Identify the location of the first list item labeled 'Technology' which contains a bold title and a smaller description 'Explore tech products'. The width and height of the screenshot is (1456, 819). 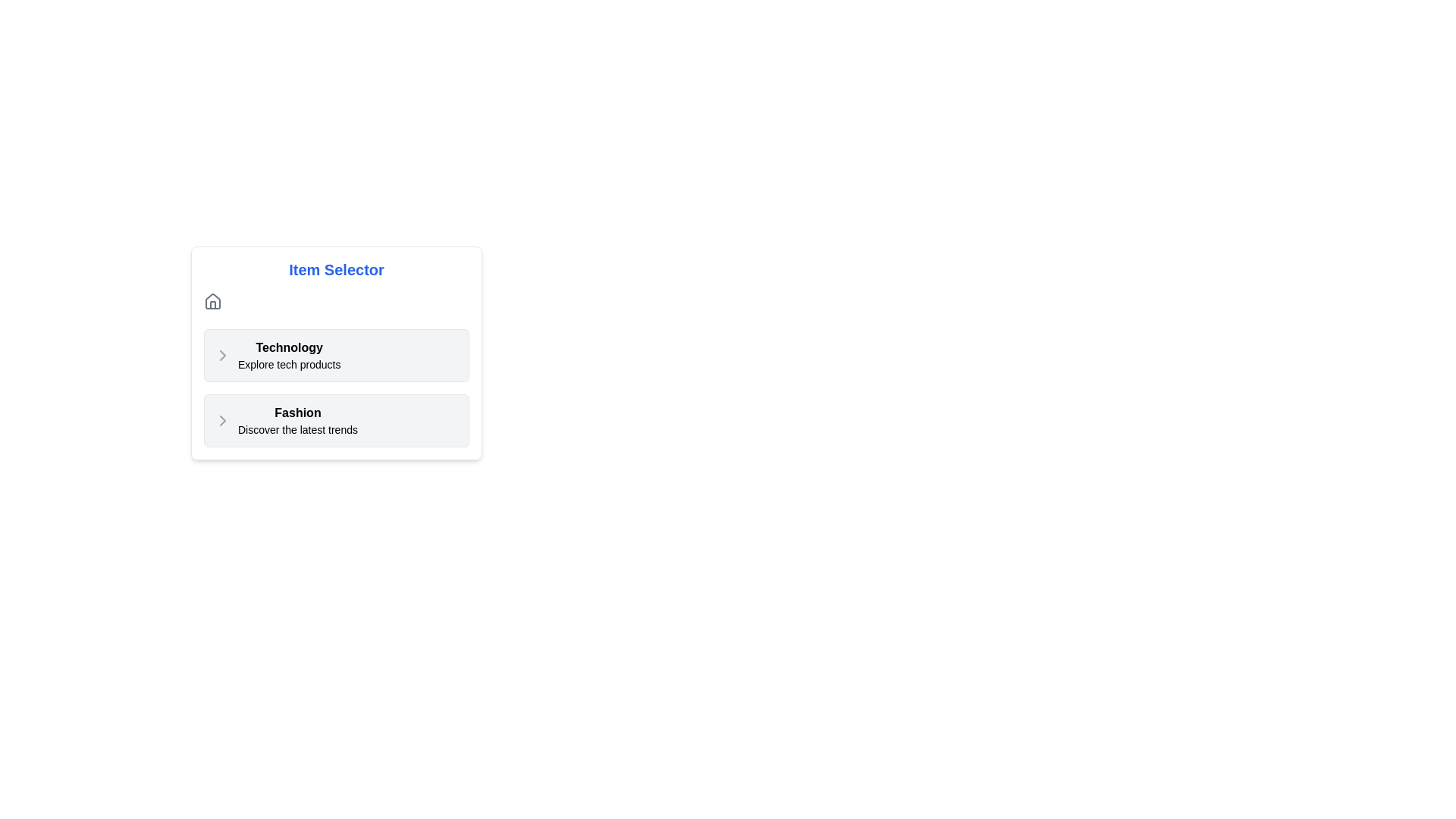
(336, 356).